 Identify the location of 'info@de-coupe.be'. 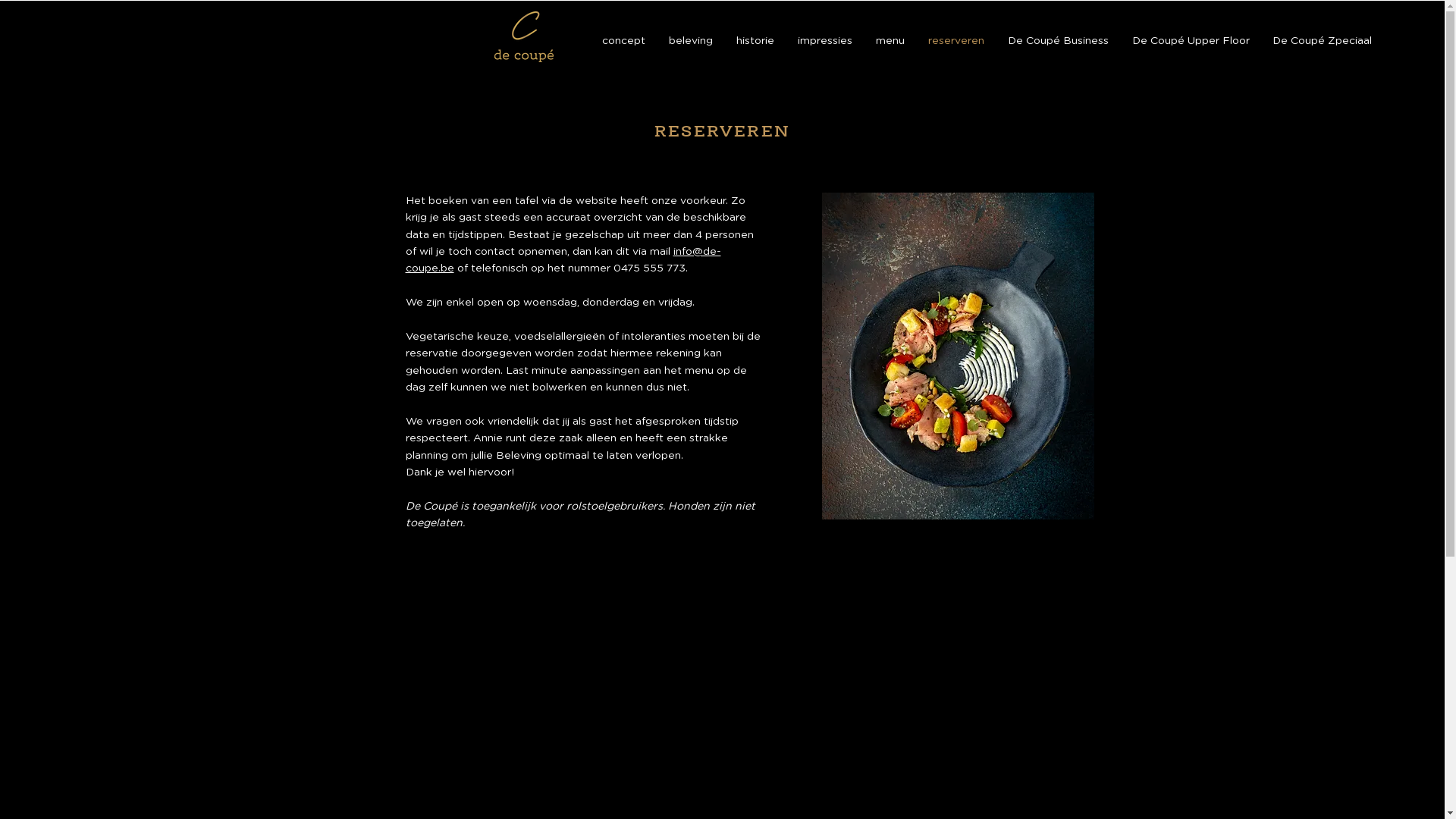
(562, 259).